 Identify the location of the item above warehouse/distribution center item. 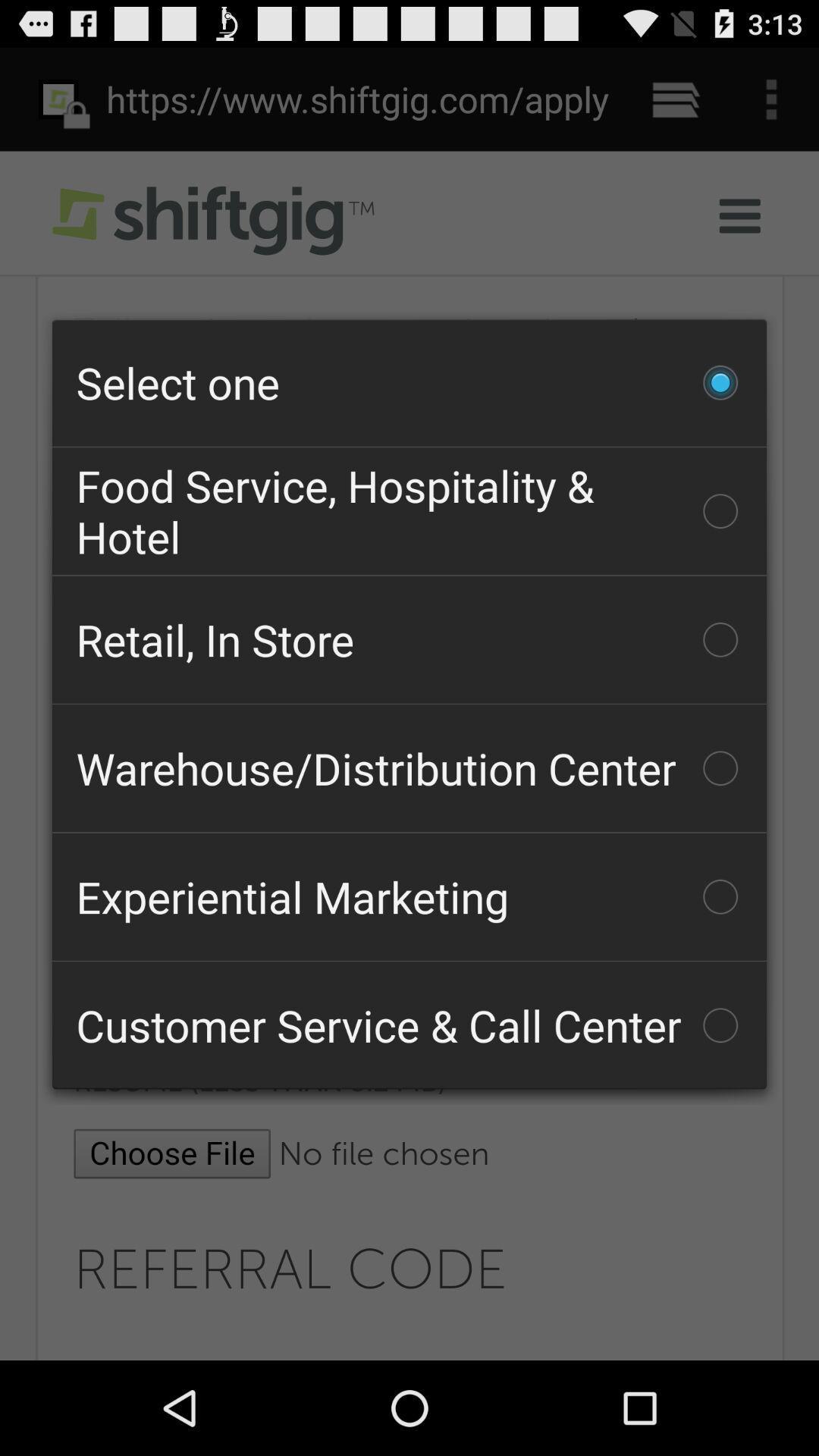
(409, 639).